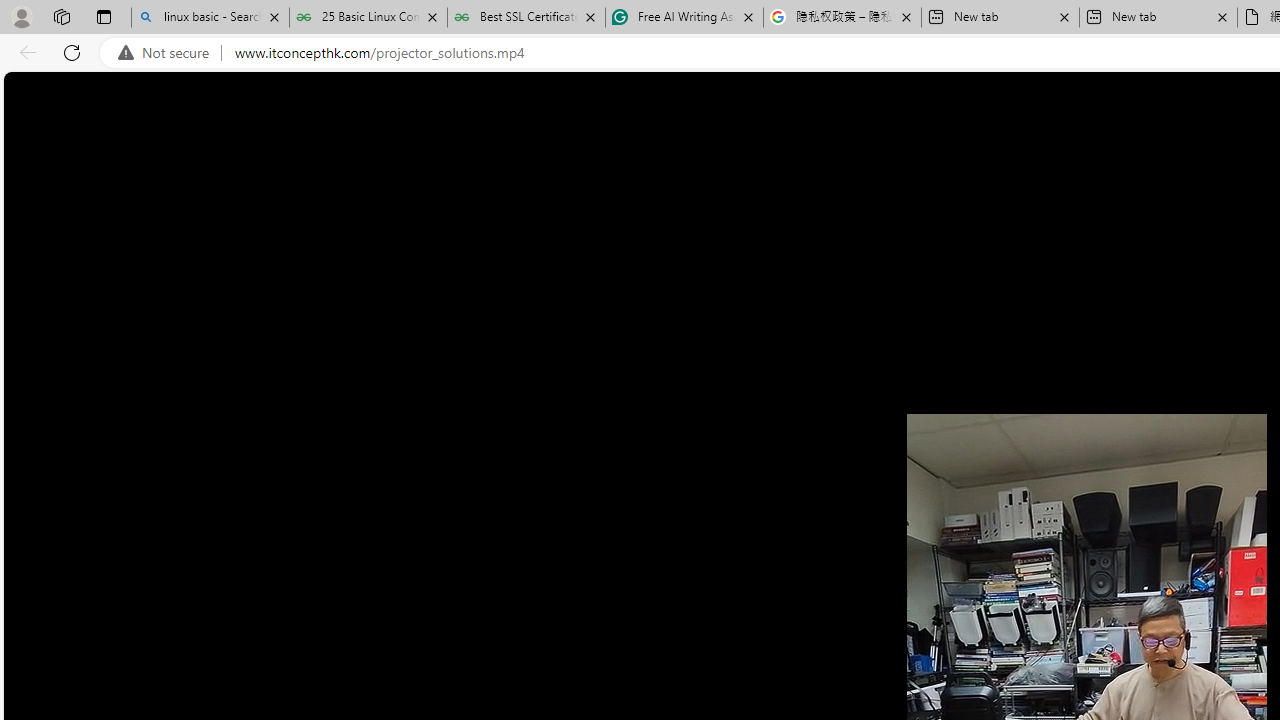  I want to click on 'Free AI Writing Assistance for Students | Grammarly', so click(684, 17).